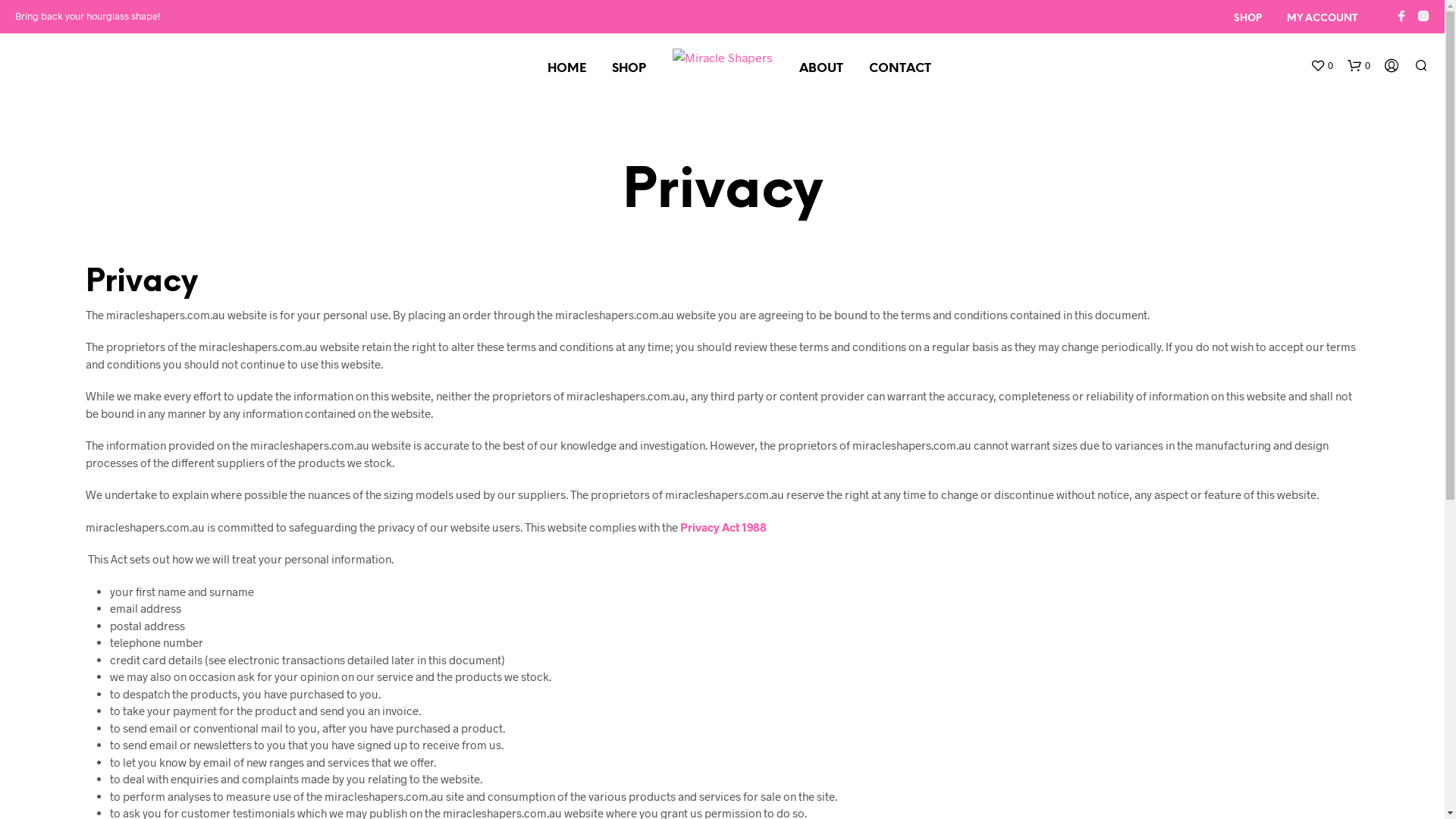  I want to click on 'CONTACT', so click(899, 69).